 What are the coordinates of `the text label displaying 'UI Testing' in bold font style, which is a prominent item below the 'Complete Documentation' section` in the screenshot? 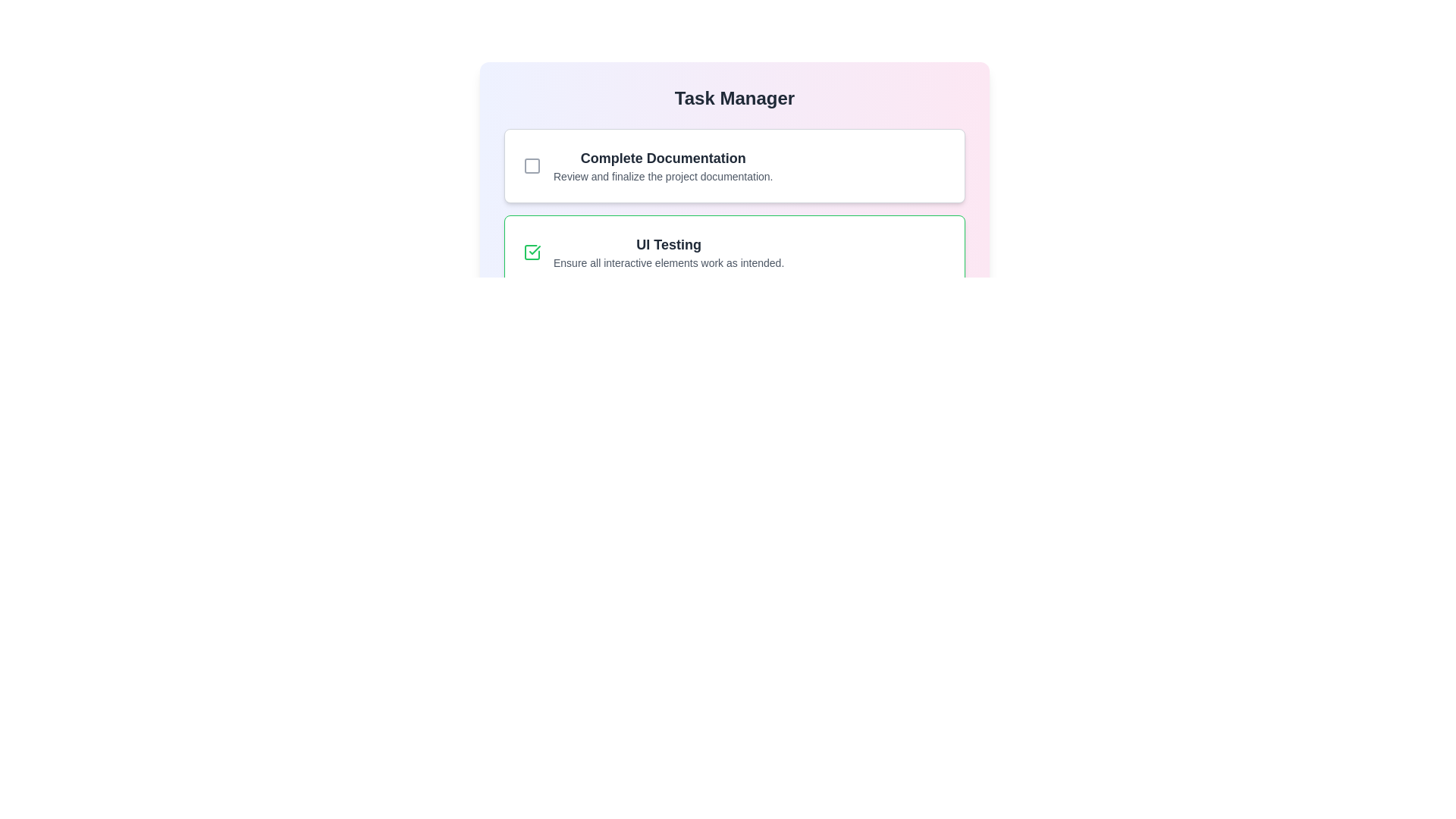 It's located at (668, 244).